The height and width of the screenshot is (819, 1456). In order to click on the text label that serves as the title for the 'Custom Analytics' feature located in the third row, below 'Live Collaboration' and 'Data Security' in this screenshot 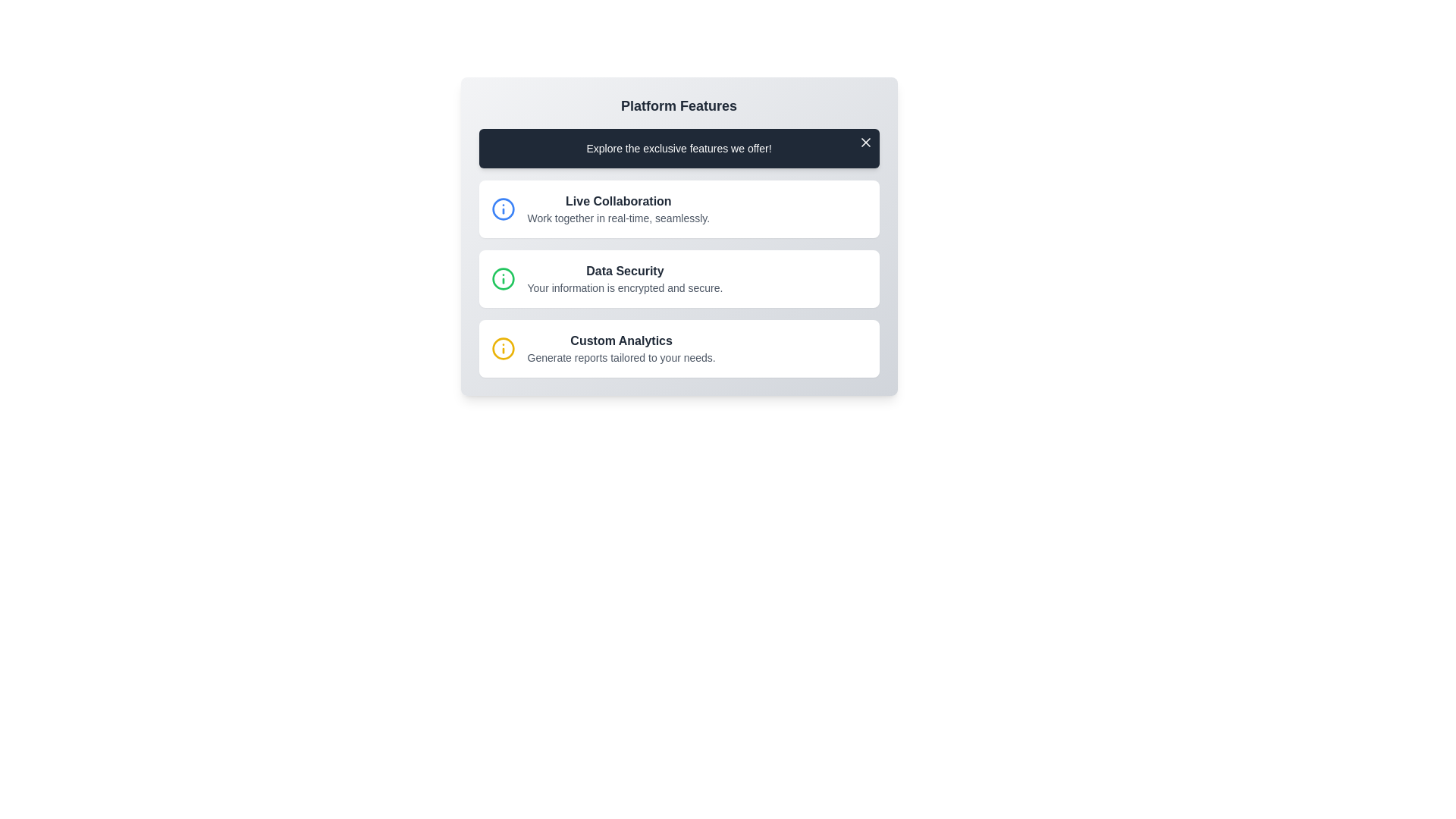, I will do `click(621, 341)`.